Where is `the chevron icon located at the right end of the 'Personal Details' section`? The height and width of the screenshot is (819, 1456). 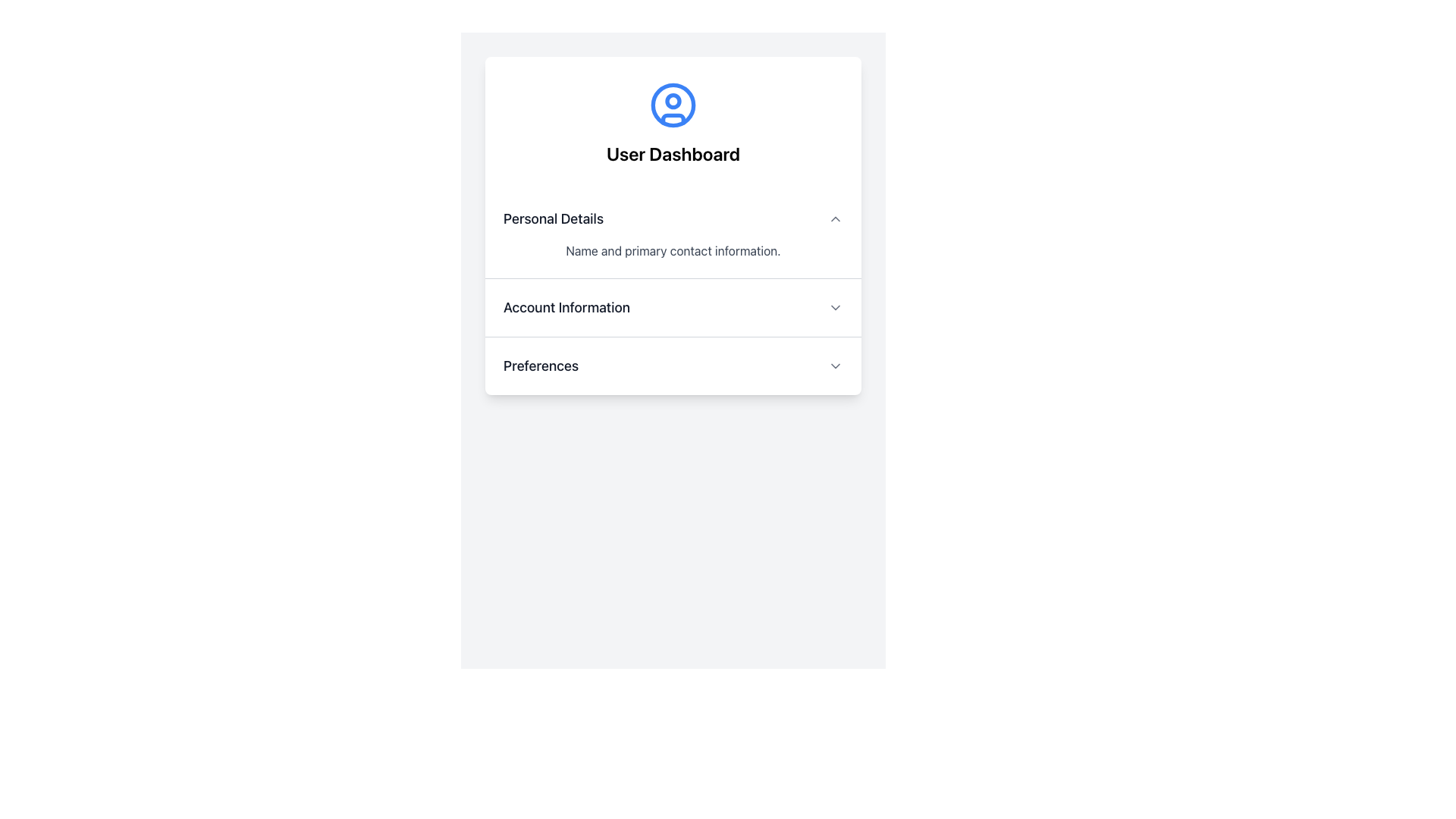
the chevron icon located at the right end of the 'Personal Details' section is located at coordinates (835, 219).